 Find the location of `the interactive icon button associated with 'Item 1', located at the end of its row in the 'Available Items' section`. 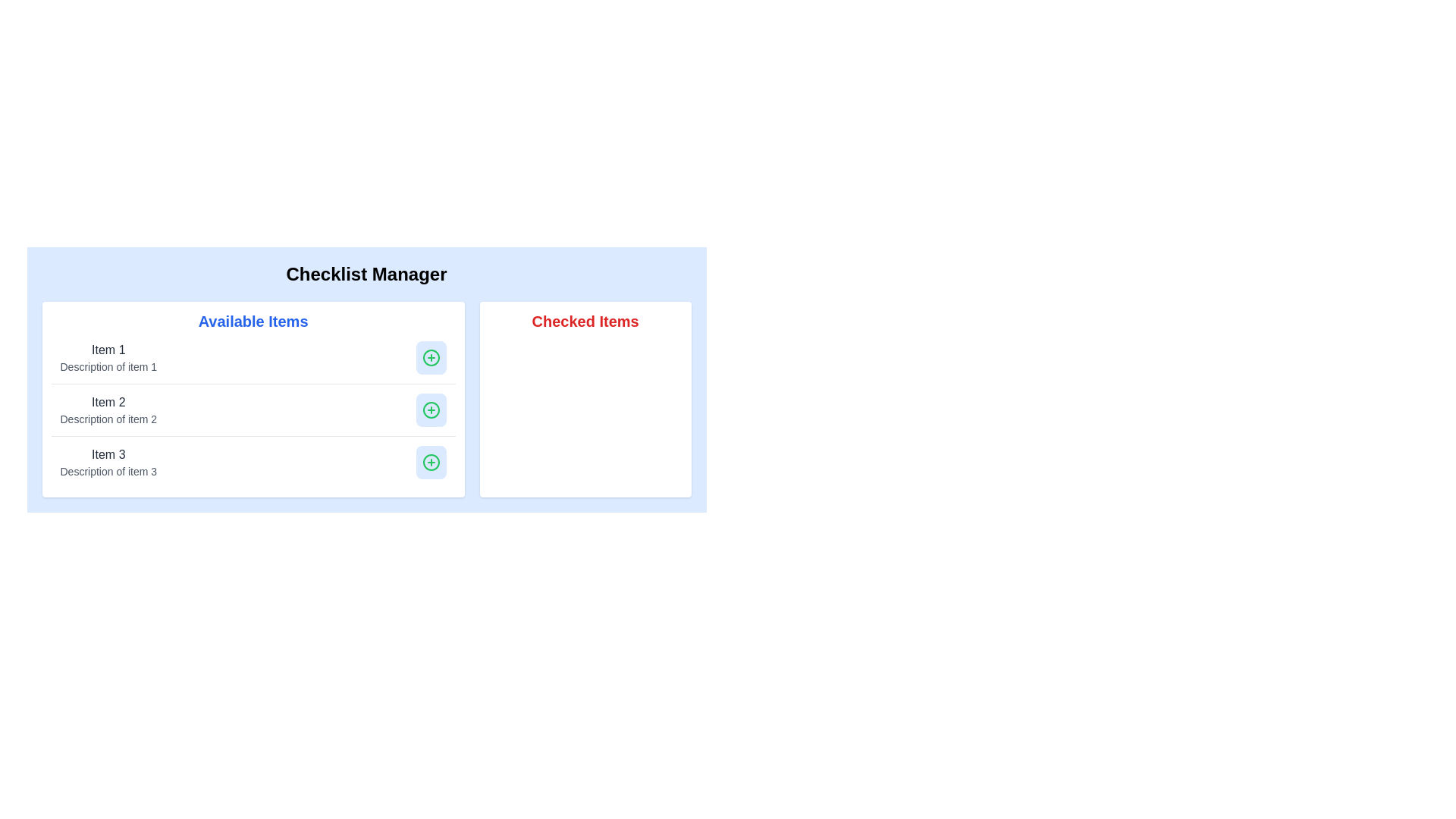

the interactive icon button associated with 'Item 1', located at the end of its row in the 'Available Items' section is located at coordinates (430, 461).